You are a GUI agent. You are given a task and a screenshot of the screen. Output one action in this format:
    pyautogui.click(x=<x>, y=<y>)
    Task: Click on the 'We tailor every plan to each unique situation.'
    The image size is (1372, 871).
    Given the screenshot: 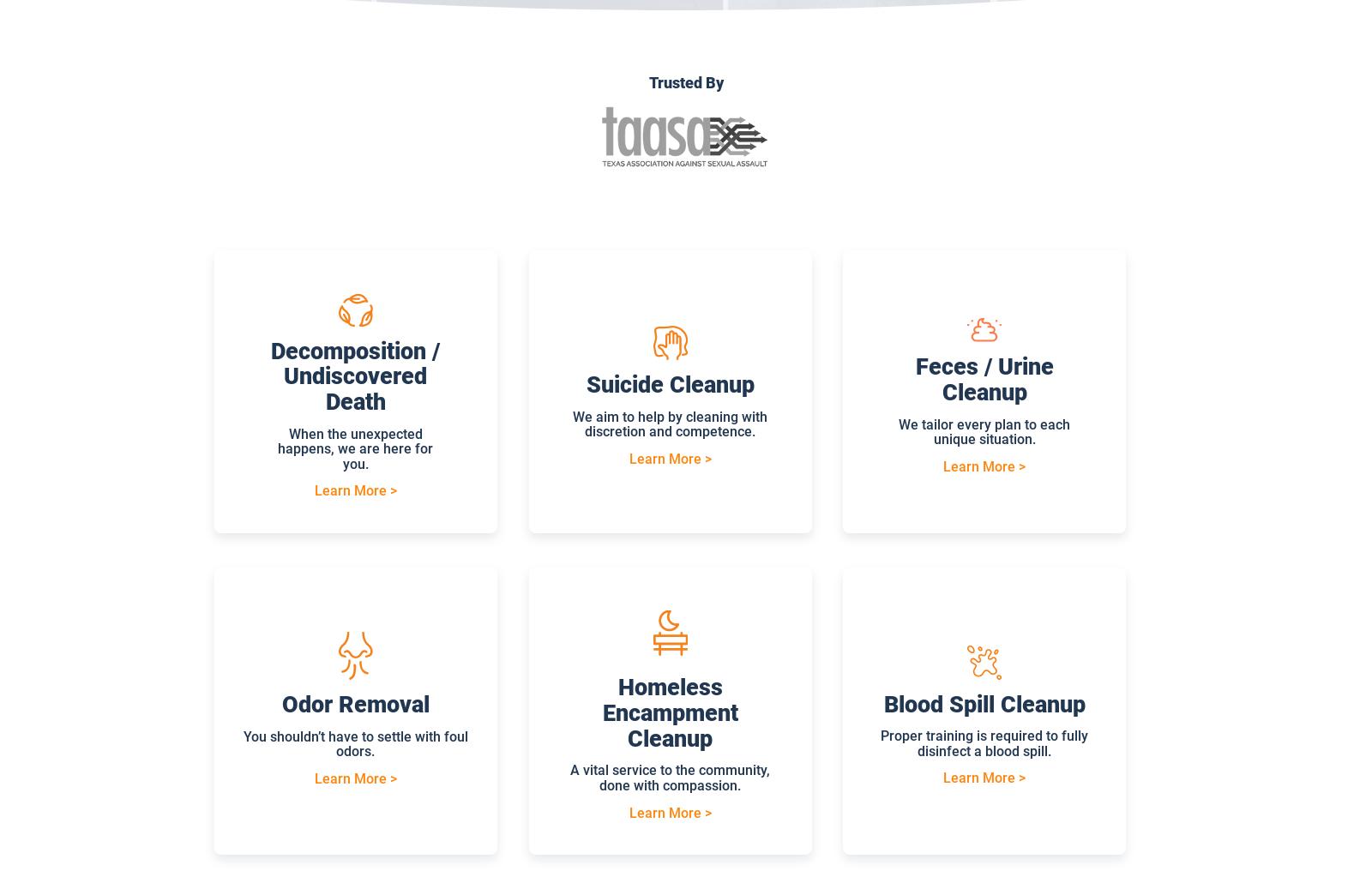 What is the action you would take?
    pyautogui.click(x=984, y=431)
    